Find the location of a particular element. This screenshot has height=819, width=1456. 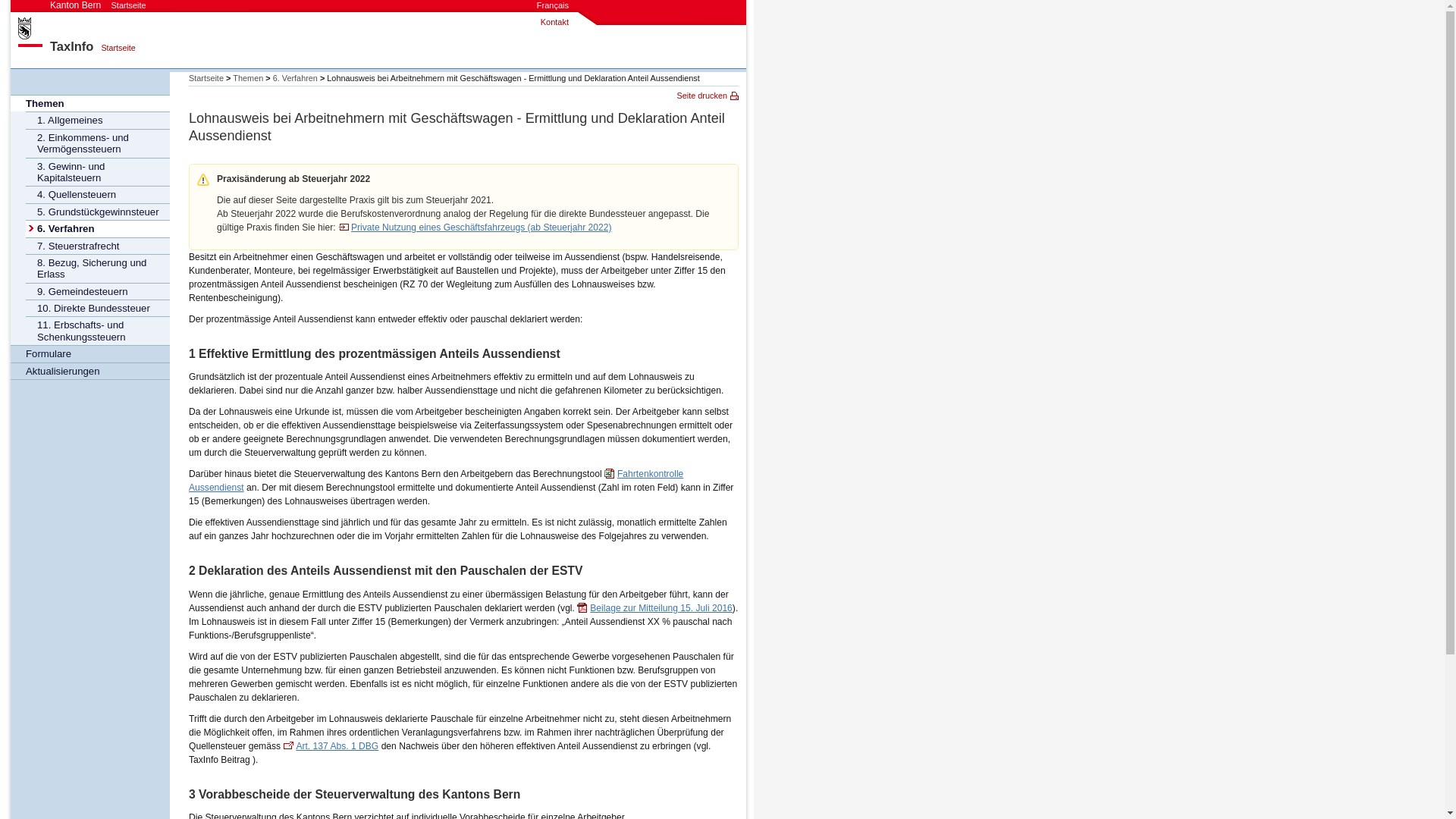

'Beilage zur Mitteilung 15. Juli 2016' is located at coordinates (654, 607).